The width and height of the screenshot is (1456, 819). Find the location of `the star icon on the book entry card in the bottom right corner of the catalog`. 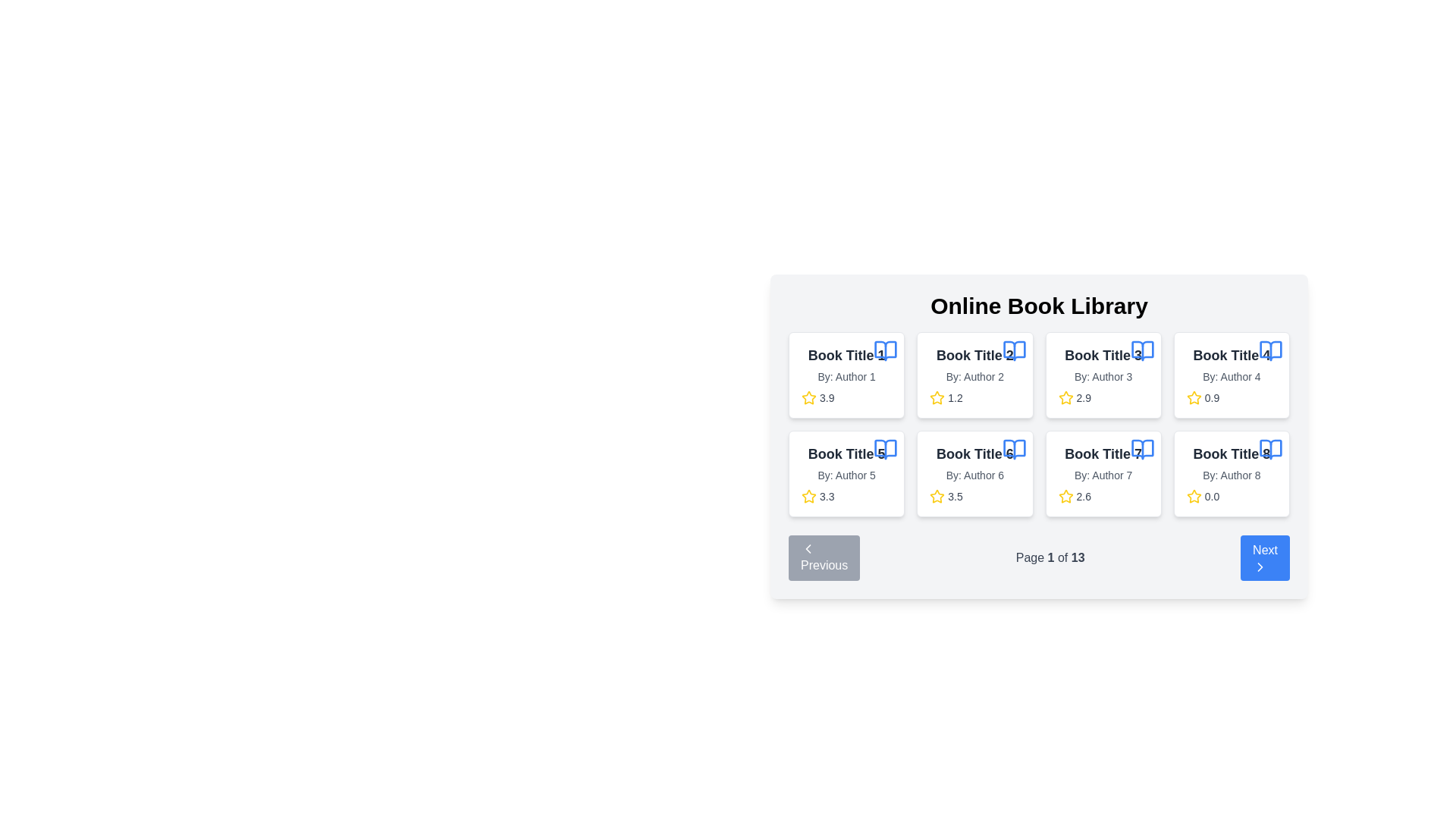

the star icon on the book entry card in the bottom right corner of the catalog is located at coordinates (1232, 472).